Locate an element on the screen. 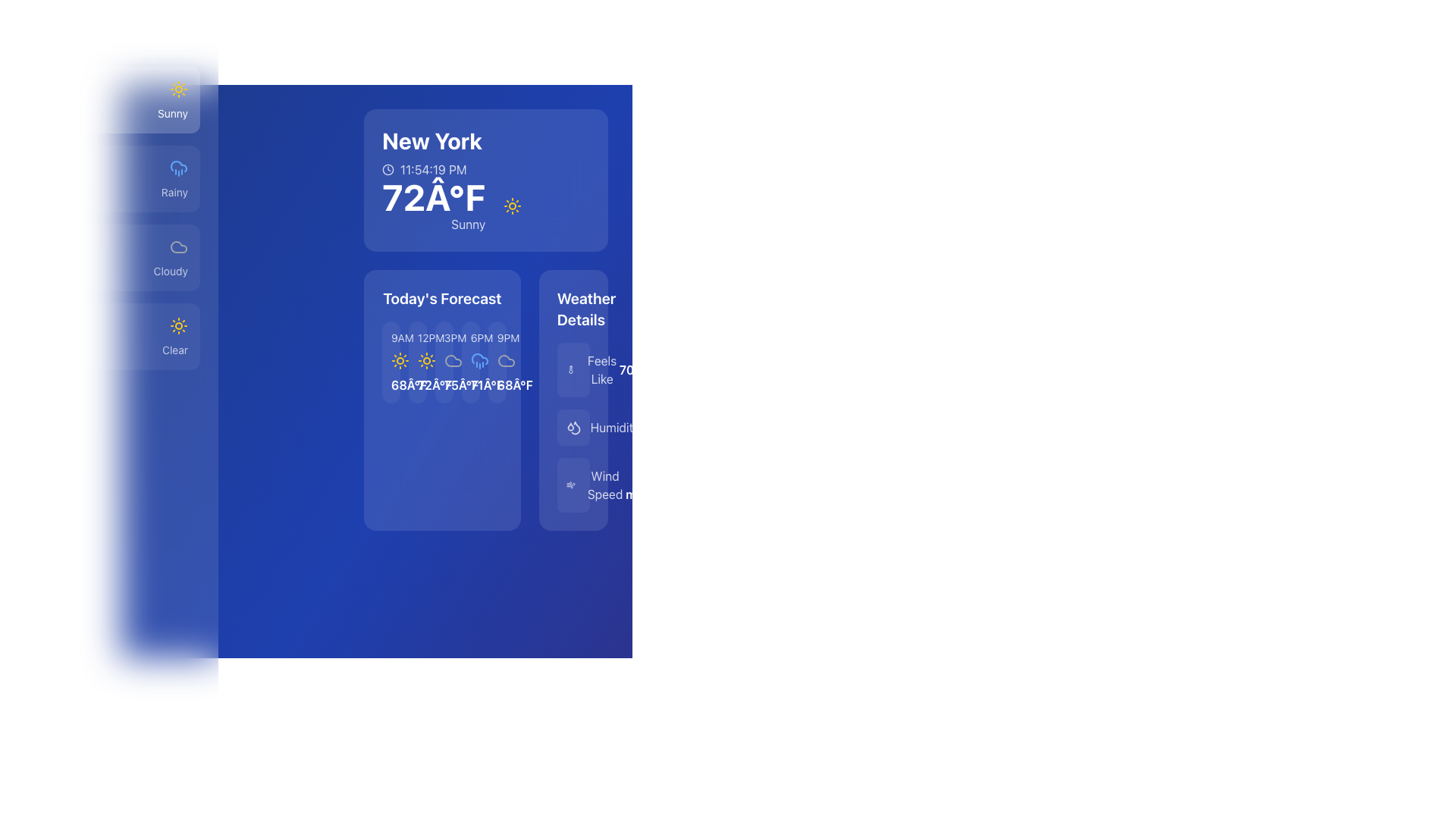  the clock icon with a minimalist design and bold strokes, located to the left of the text '11:54:19 PM' in the weather information panel is located at coordinates (388, 169).